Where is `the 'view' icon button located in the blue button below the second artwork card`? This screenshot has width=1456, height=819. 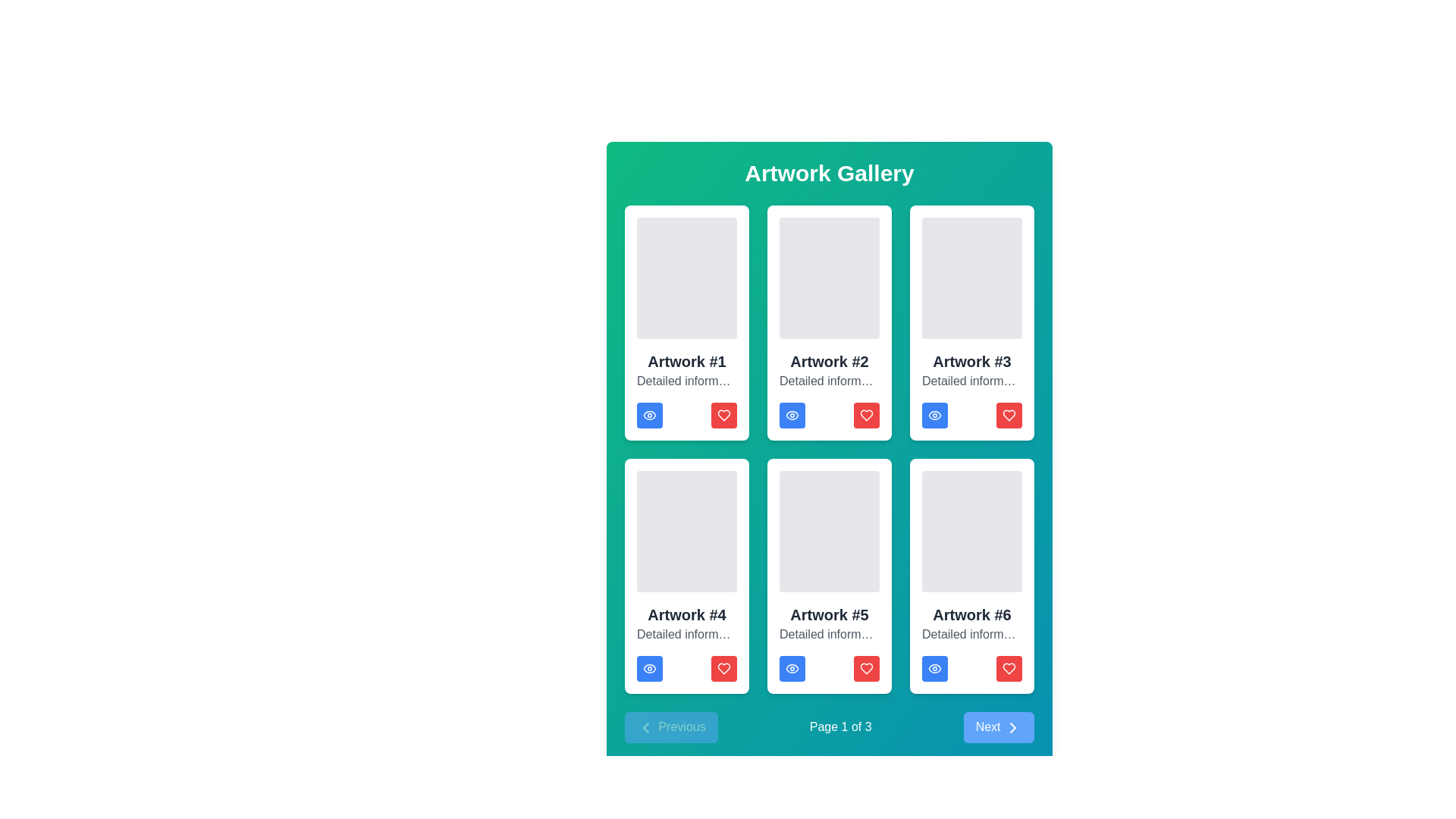 the 'view' icon button located in the blue button below the second artwork card is located at coordinates (792, 415).